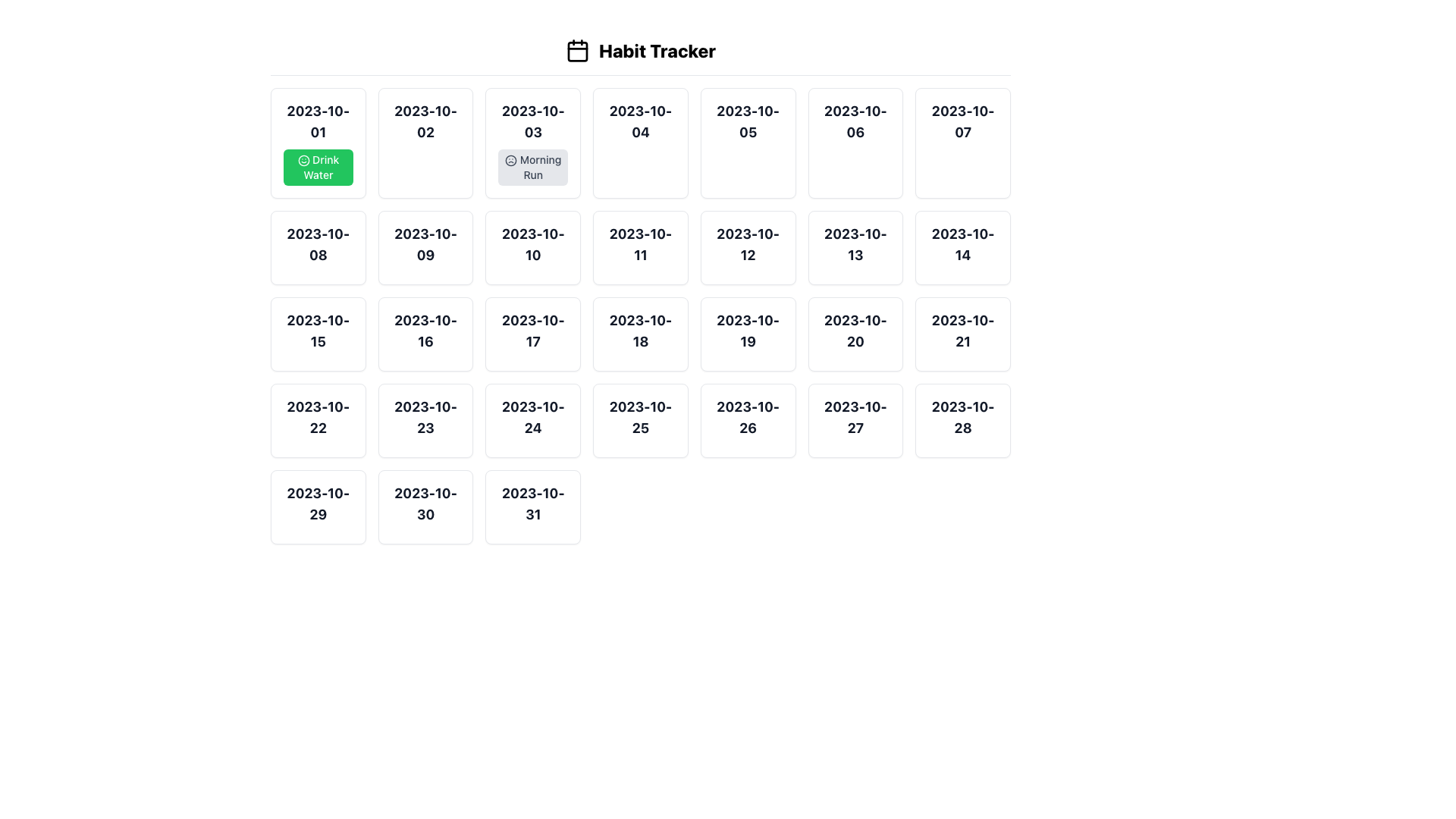  Describe the element at coordinates (303, 161) in the screenshot. I see `the circular graphical element inside the green-bordered box labeled 'Drink Water' in the habit tracking interface for October 1, 2023` at that location.